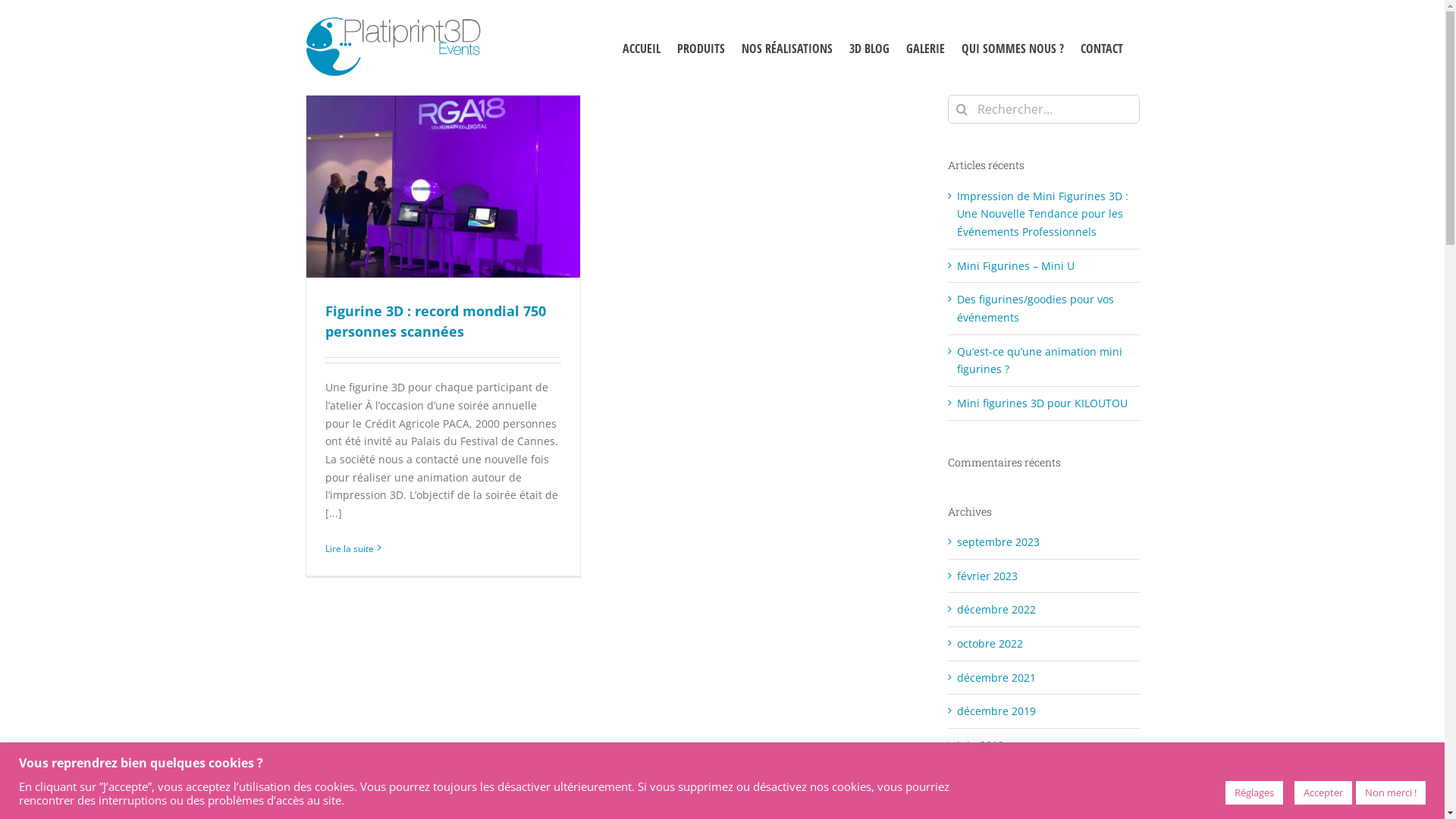 This screenshot has width=1456, height=819. What do you see at coordinates (956, 402) in the screenshot?
I see `'Mini figurines 3D pour KILOUTOU'` at bounding box center [956, 402].